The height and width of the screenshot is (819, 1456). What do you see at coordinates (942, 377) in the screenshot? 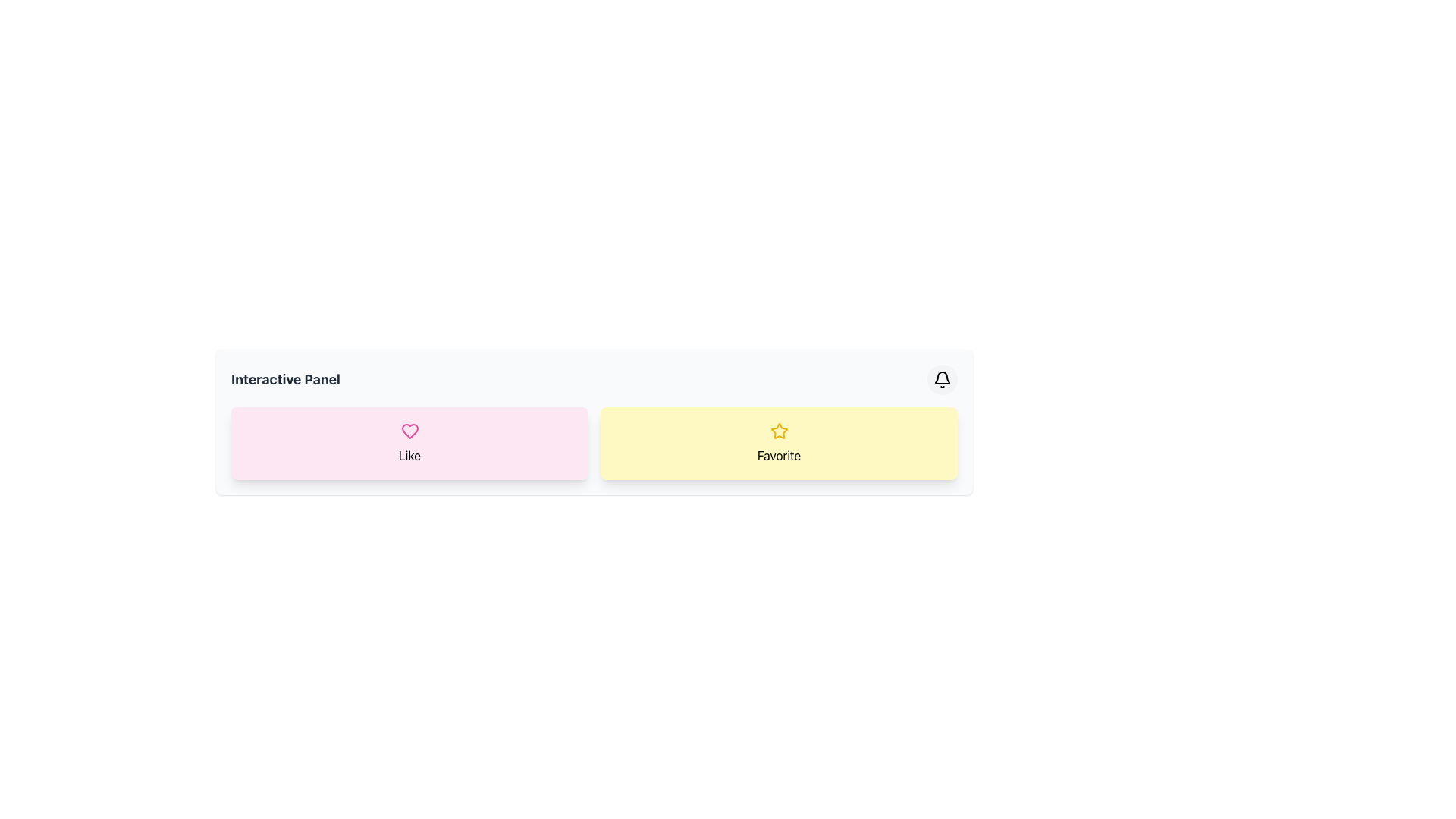
I see `the bell-shaped notification icon` at bounding box center [942, 377].